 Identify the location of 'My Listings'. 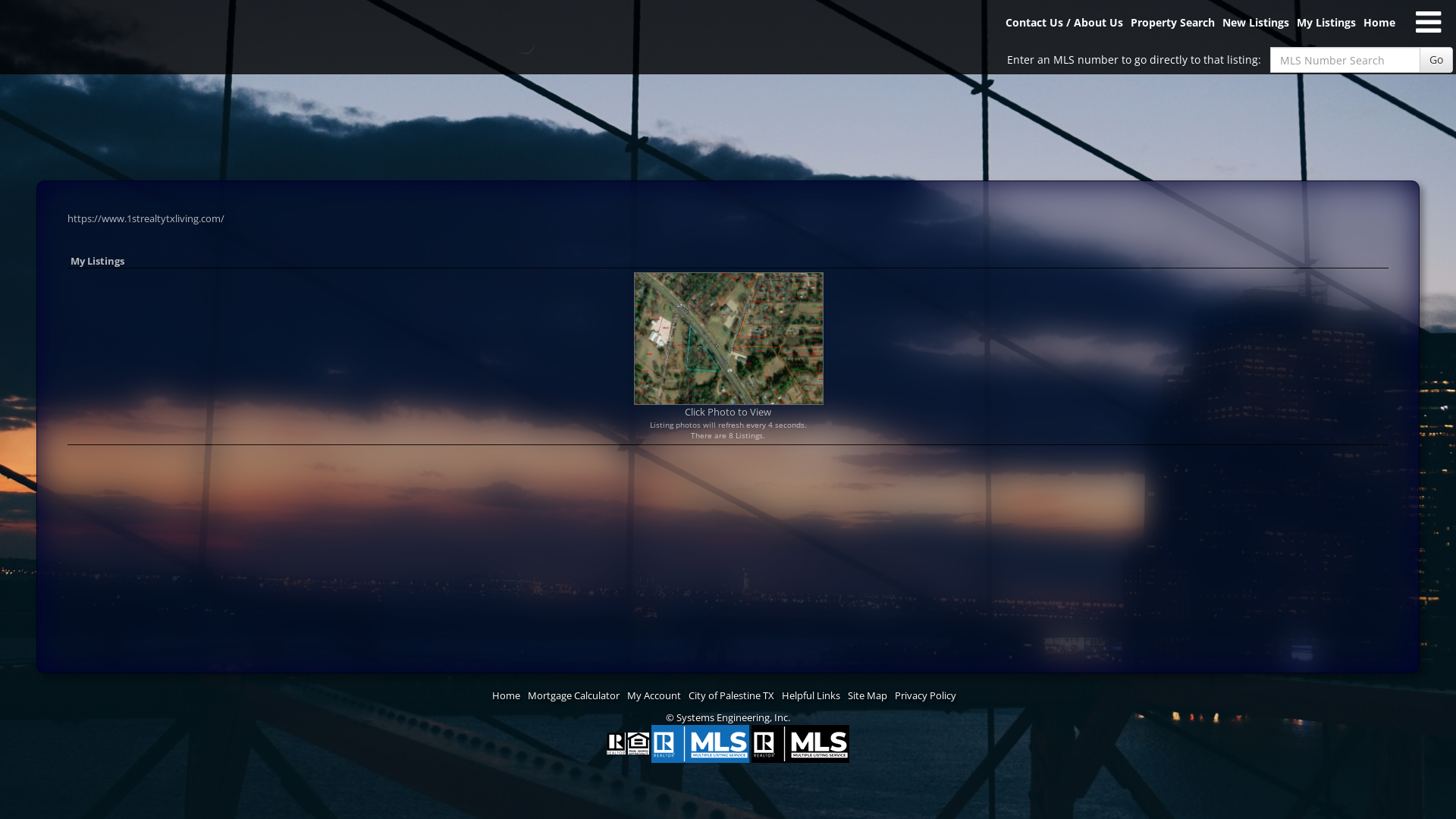
(1325, 28).